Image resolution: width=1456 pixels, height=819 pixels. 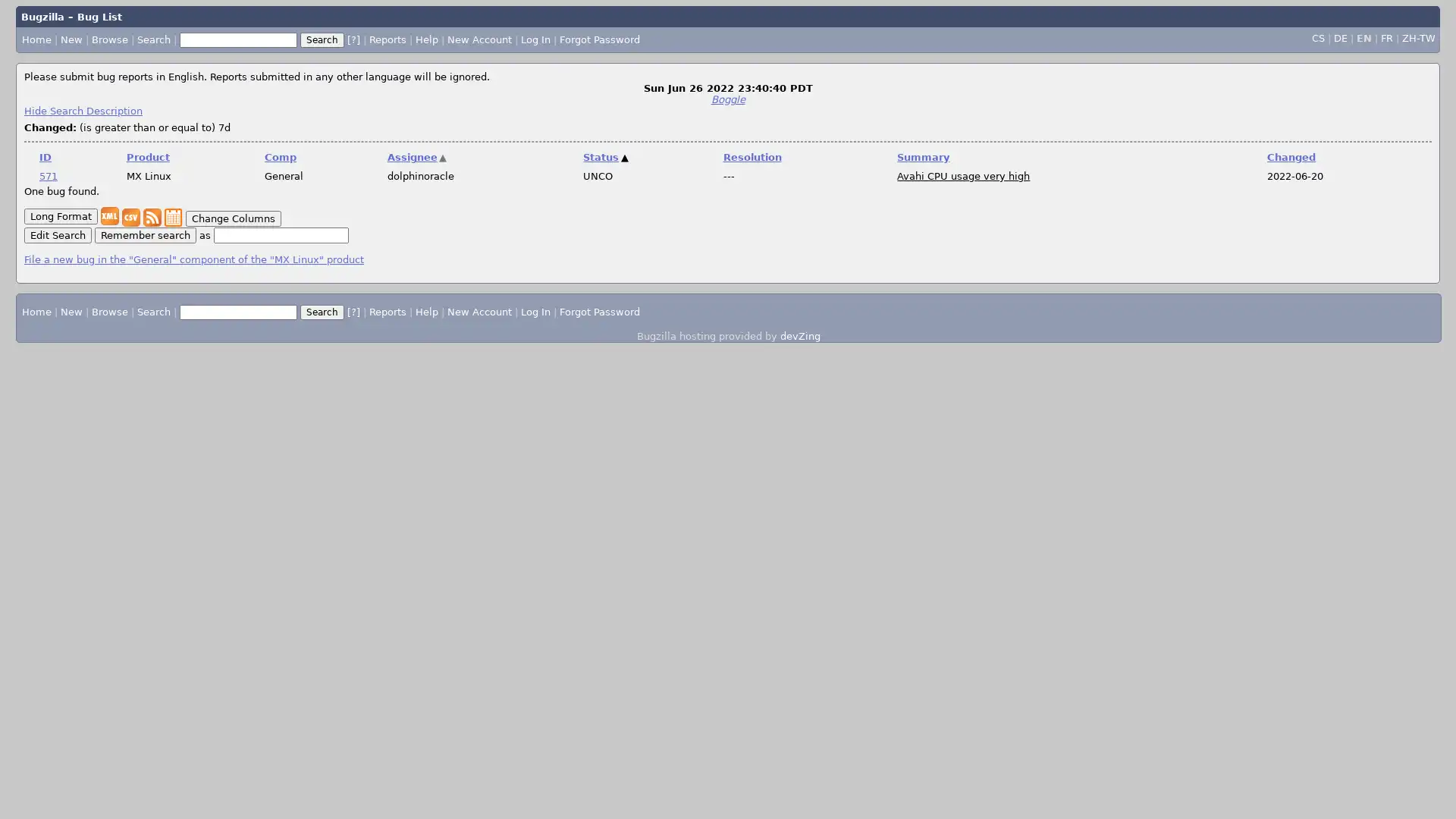 What do you see at coordinates (322, 312) in the screenshot?
I see `Search` at bounding box center [322, 312].